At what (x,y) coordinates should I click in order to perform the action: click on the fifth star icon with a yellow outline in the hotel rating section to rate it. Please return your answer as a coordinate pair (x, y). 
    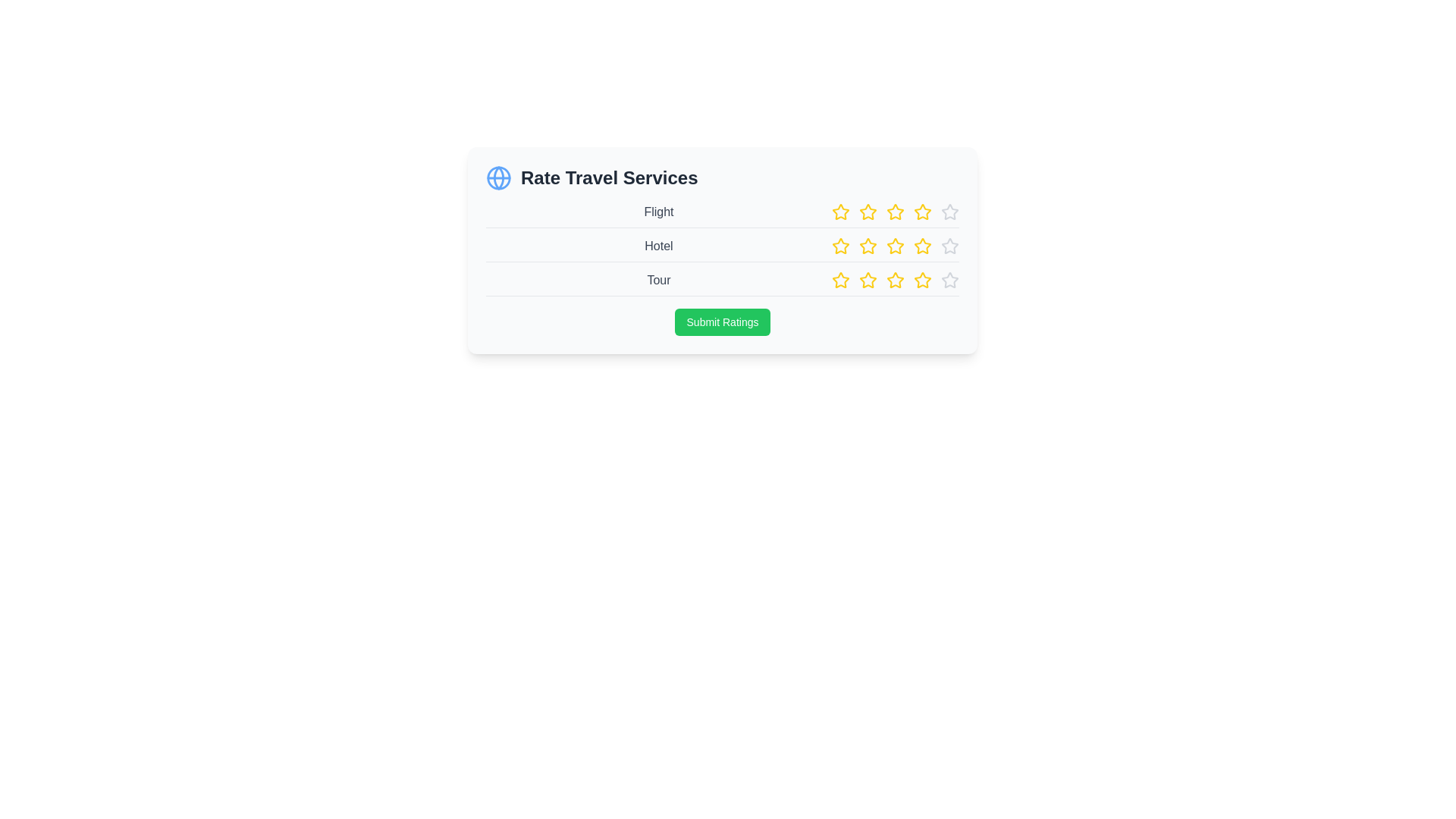
    Looking at the image, I should click on (922, 245).